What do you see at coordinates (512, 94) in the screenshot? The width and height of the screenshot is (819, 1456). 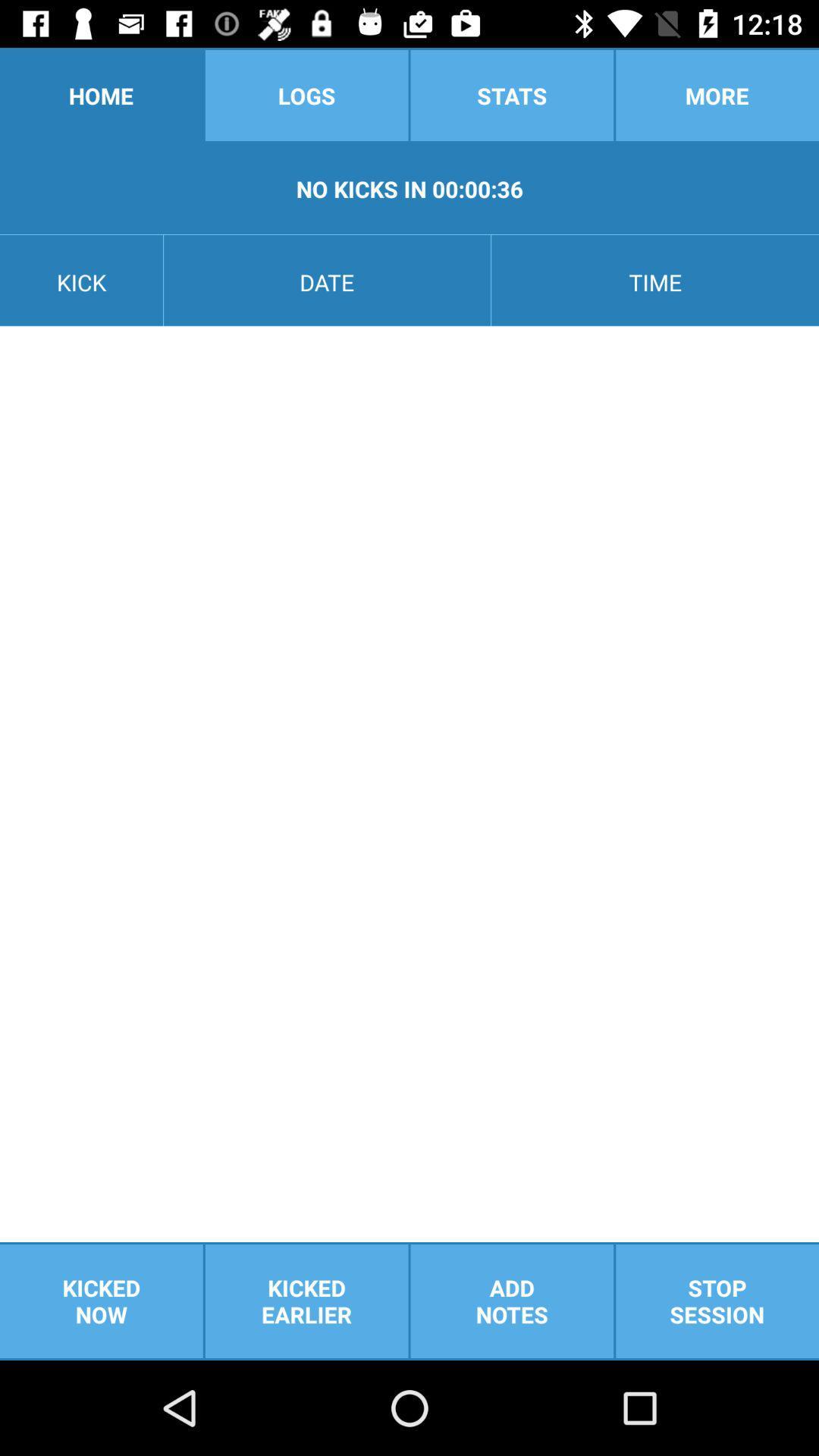 I see `the stats button` at bounding box center [512, 94].